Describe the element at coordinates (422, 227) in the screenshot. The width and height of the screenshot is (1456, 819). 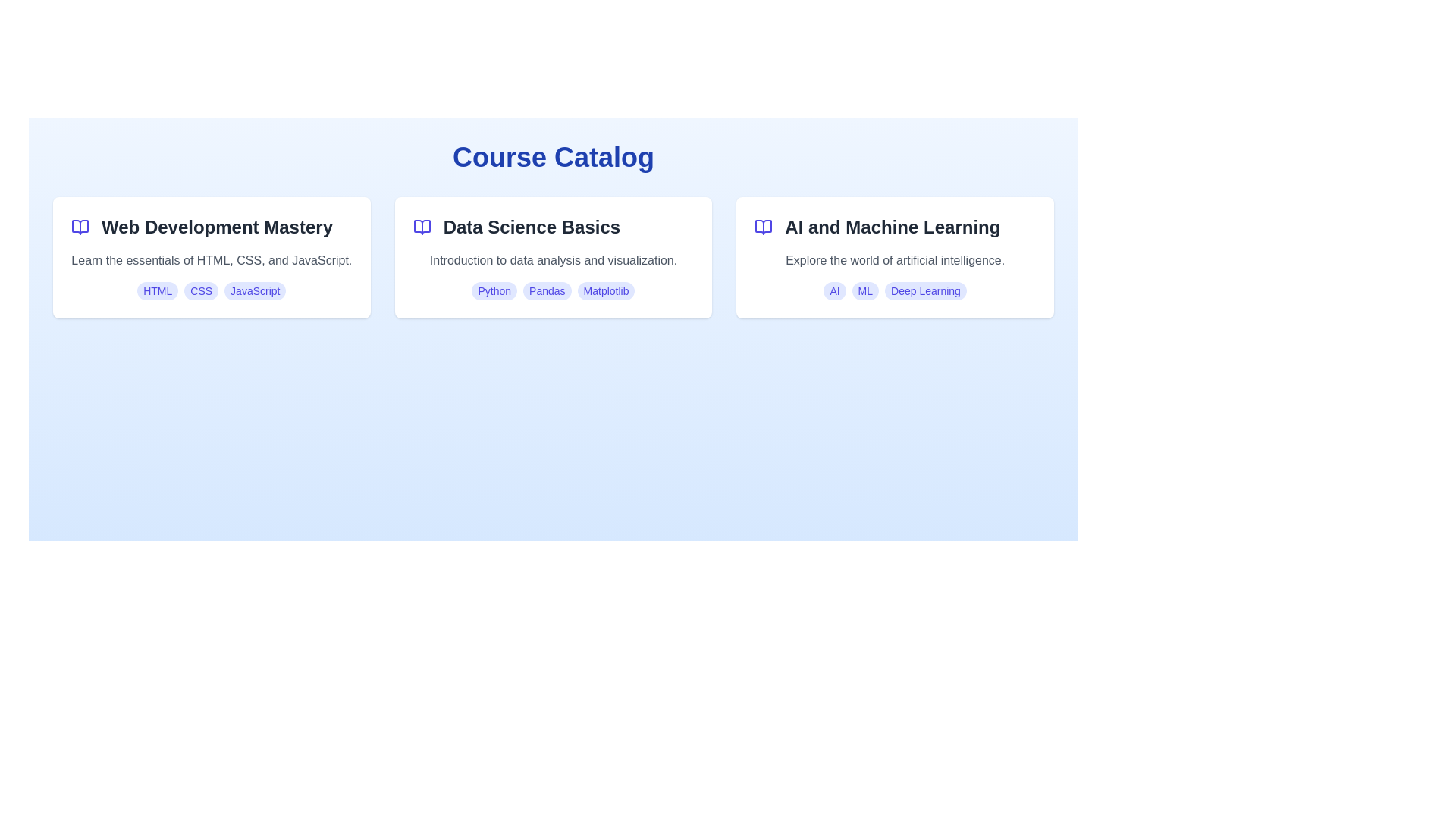
I see `the book icon located on the left side of the 'Data Science Basics' card, positioned at the top and preceding the title text` at that location.